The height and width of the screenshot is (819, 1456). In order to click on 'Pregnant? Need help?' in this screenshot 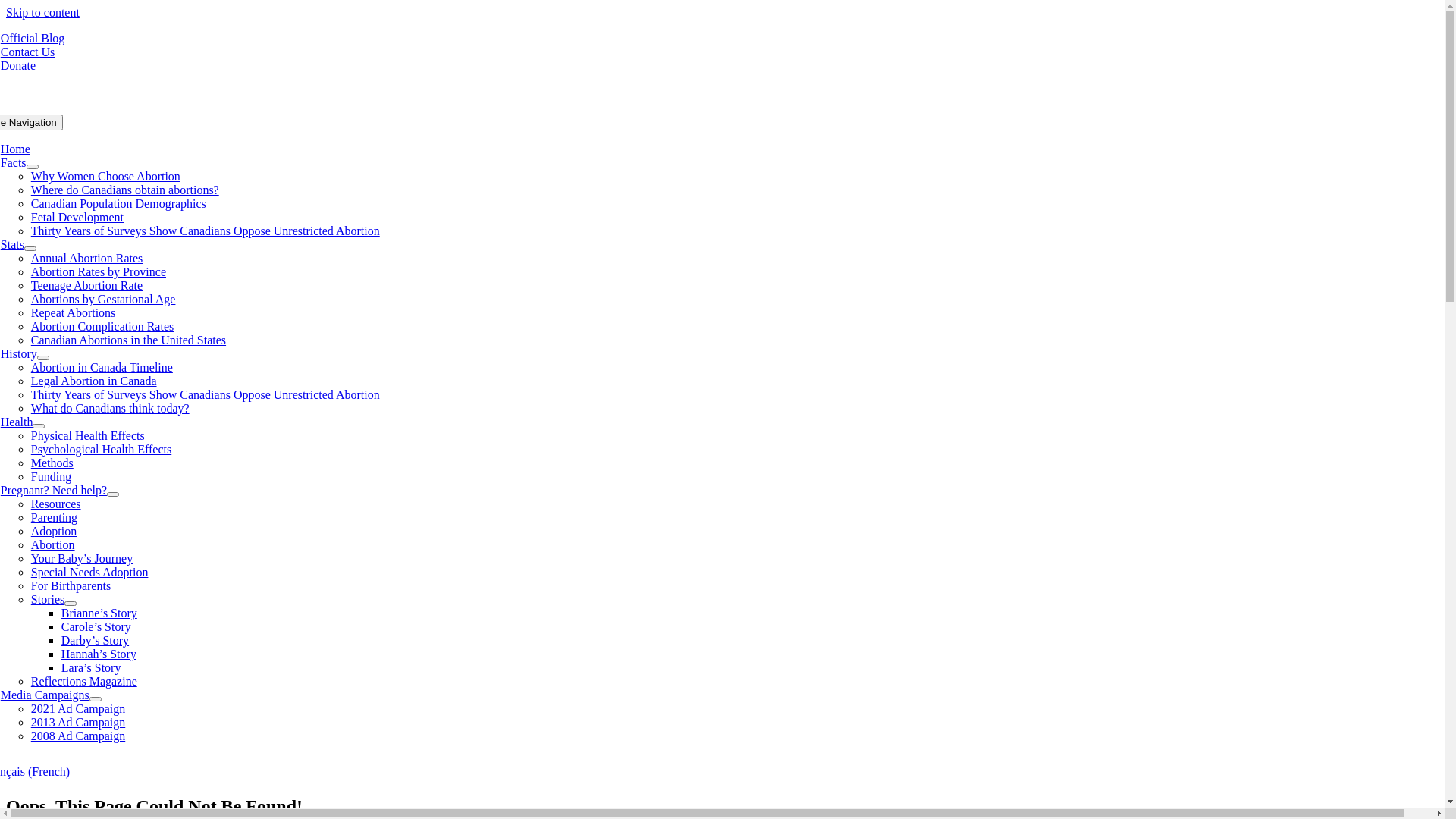, I will do `click(54, 490)`.